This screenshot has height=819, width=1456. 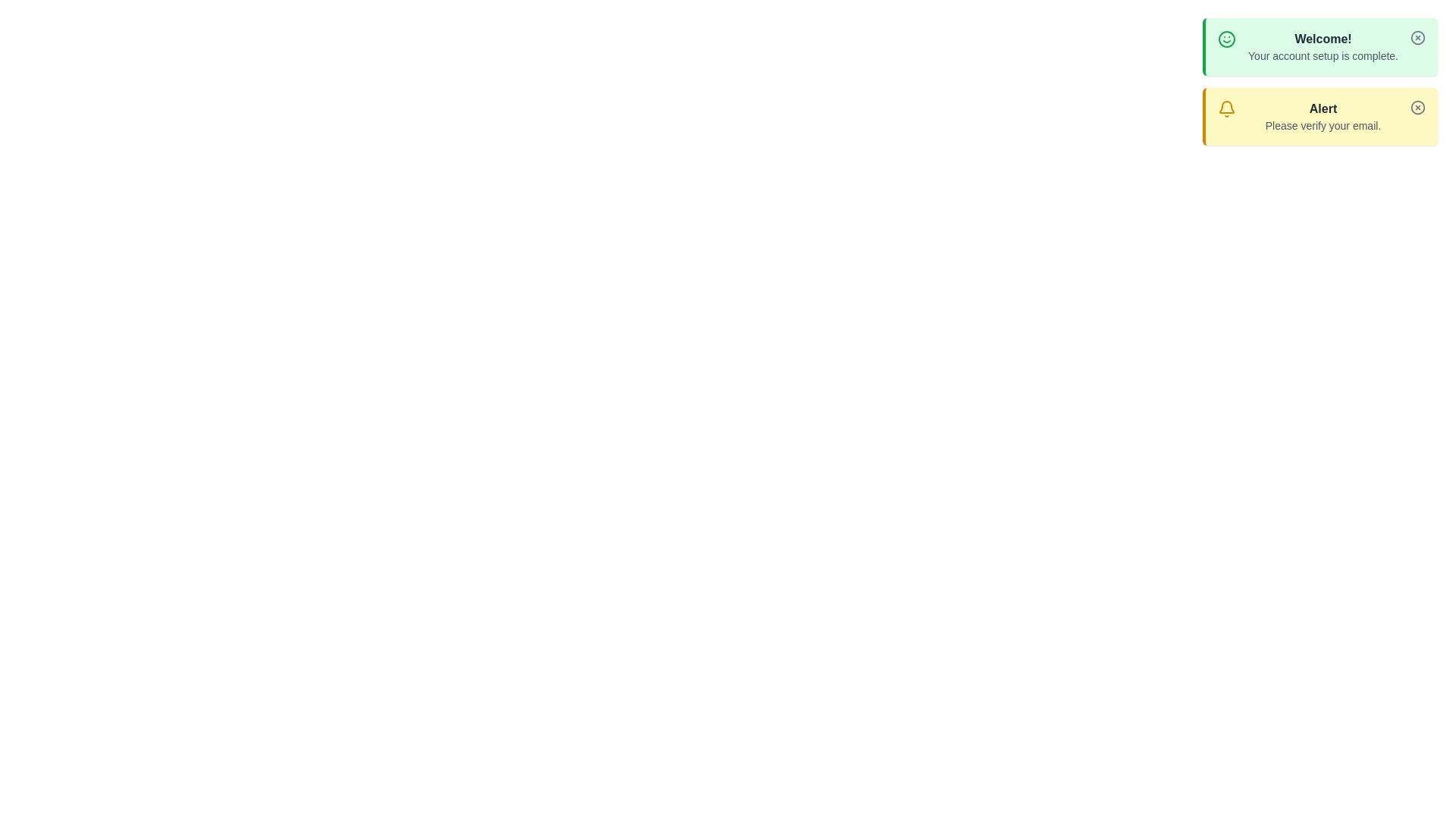 What do you see at coordinates (1323, 116) in the screenshot?
I see `the notification with title Alert to view its details` at bounding box center [1323, 116].